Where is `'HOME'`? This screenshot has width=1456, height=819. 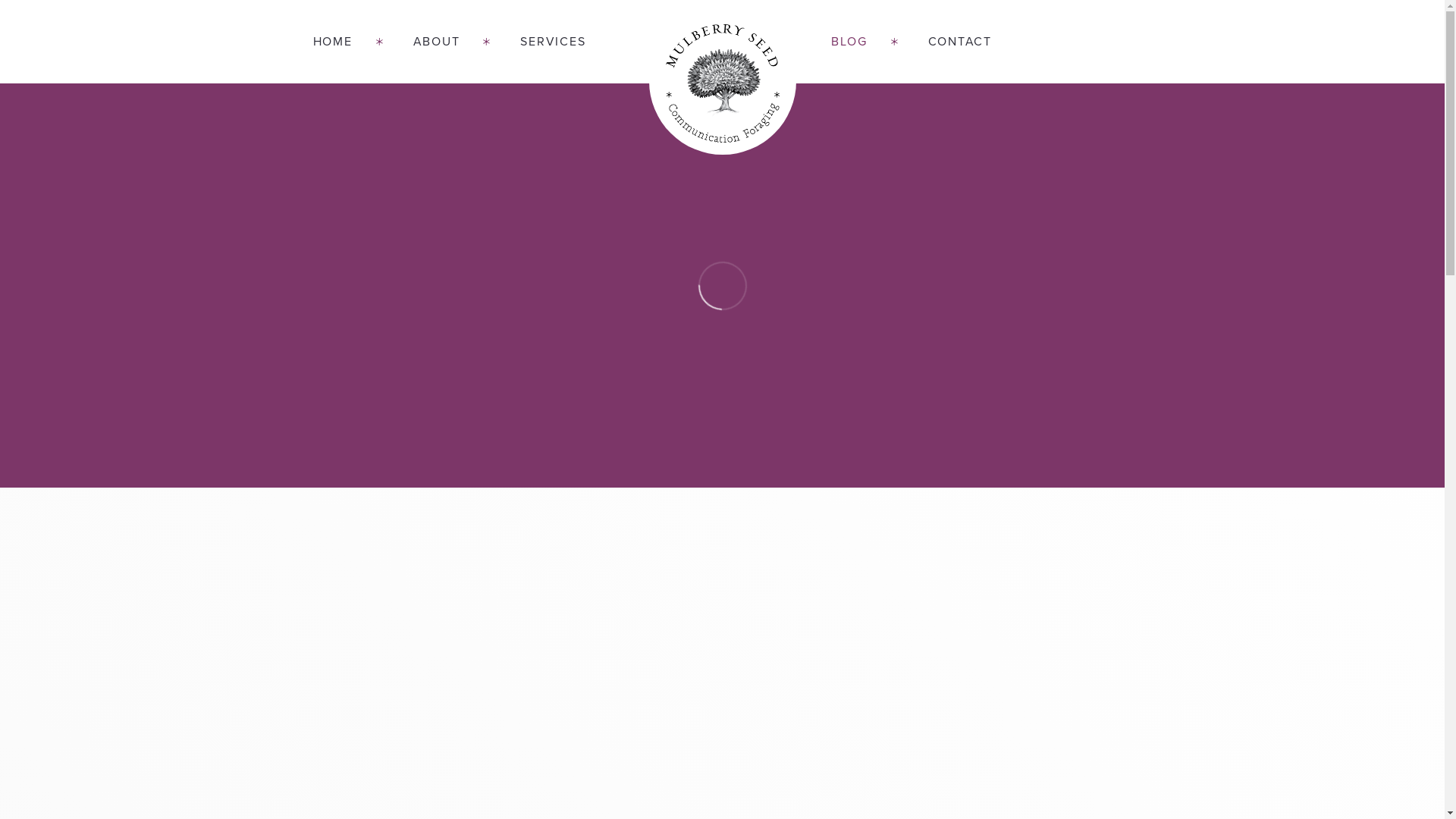
'HOME' is located at coordinates (346, 40).